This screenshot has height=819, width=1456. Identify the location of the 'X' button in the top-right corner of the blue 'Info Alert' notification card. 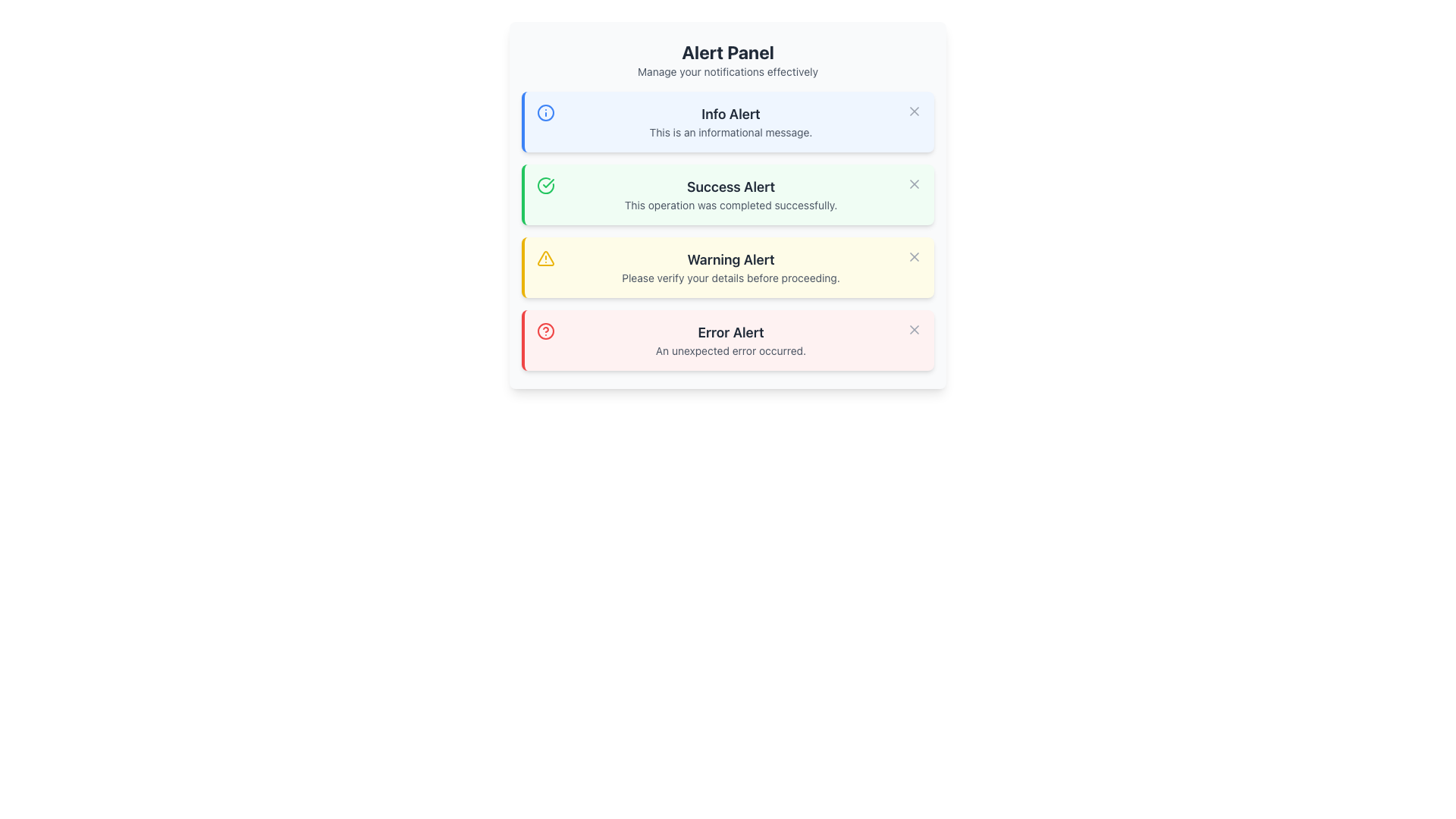
(913, 110).